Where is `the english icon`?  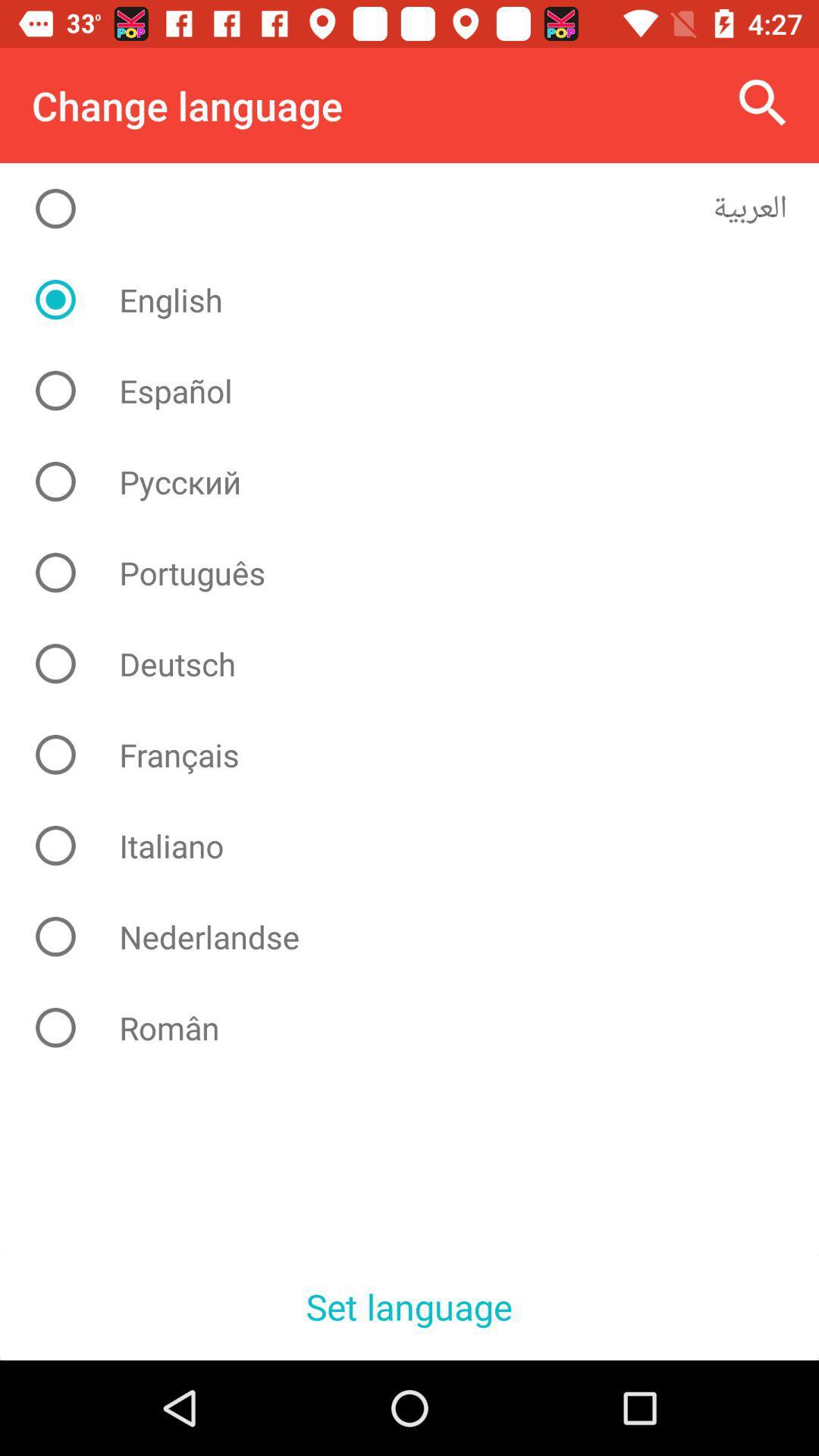
the english icon is located at coordinates (421, 300).